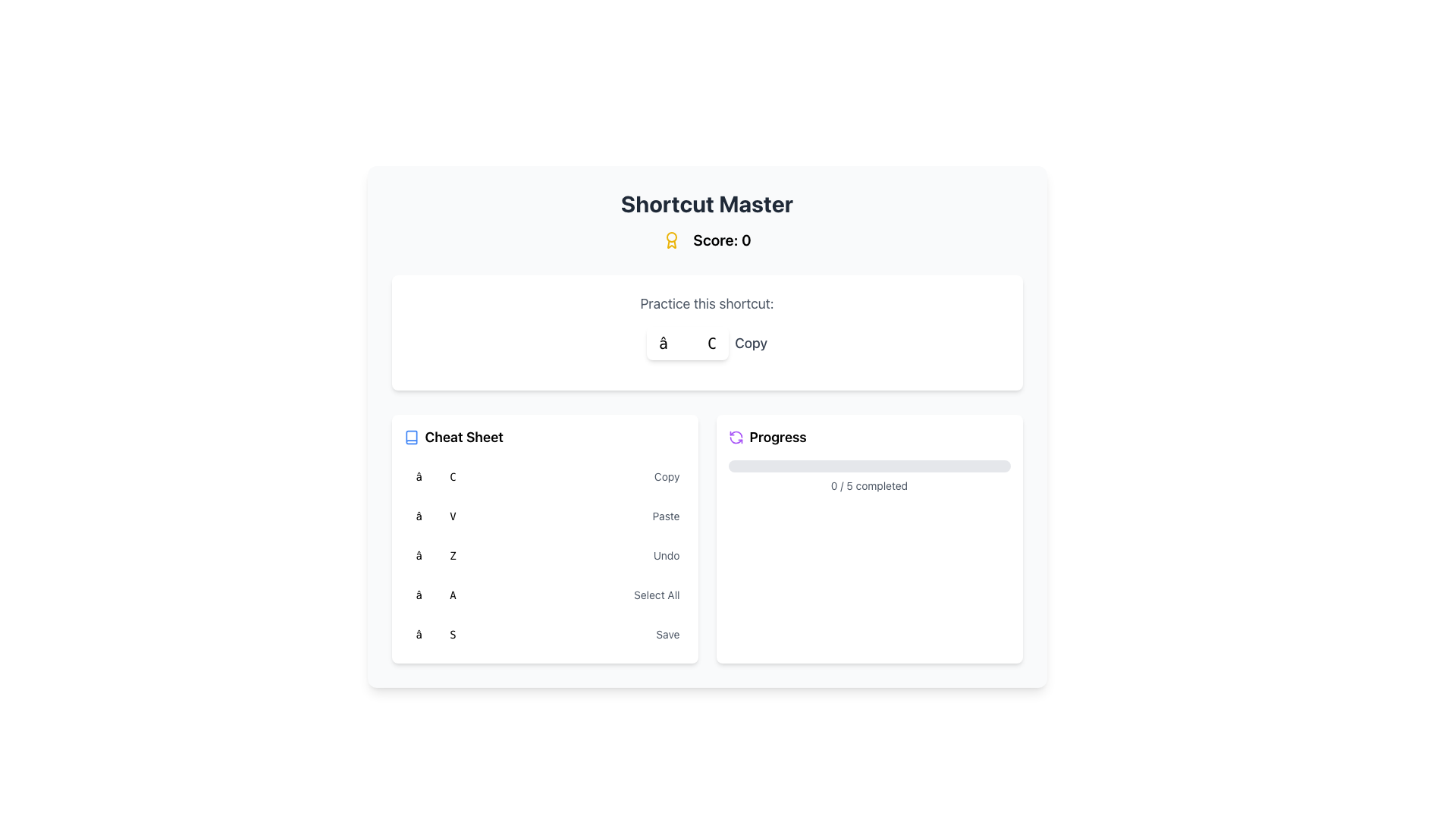 Image resolution: width=1456 pixels, height=819 pixels. I want to click on shortcut information from the Informational card located in the bottom-left quadrant, beside the 'Progress' card, so click(544, 538).